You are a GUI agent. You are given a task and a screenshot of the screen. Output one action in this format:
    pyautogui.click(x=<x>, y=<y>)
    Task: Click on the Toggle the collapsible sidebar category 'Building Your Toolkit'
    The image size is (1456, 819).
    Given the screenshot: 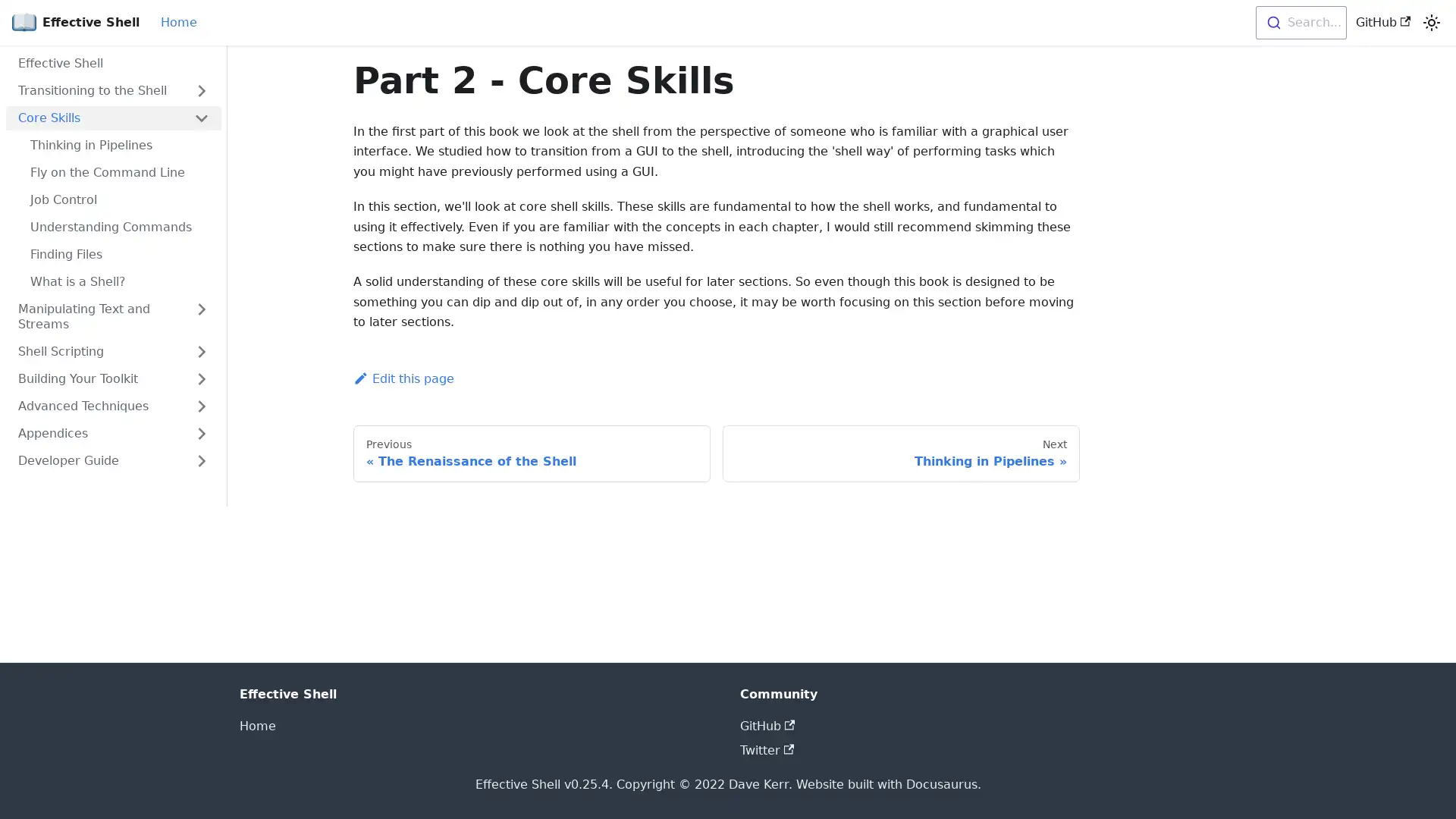 What is the action you would take?
    pyautogui.click(x=200, y=378)
    